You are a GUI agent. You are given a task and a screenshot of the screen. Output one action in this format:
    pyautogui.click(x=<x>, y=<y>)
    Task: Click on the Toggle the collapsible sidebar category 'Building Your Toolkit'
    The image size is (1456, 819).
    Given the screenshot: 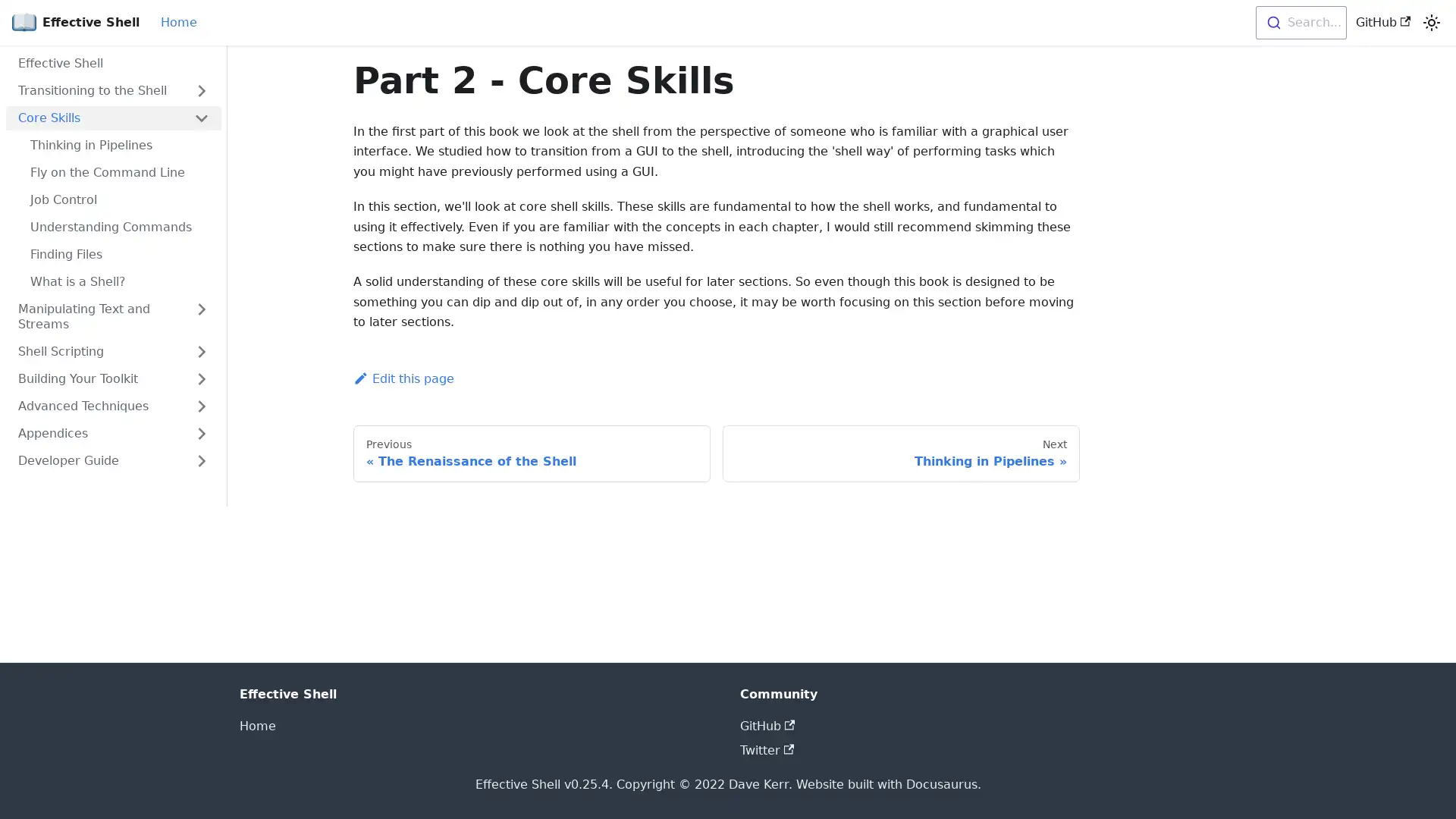 What is the action you would take?
    pyautogui.click(x=200, y=378)
    